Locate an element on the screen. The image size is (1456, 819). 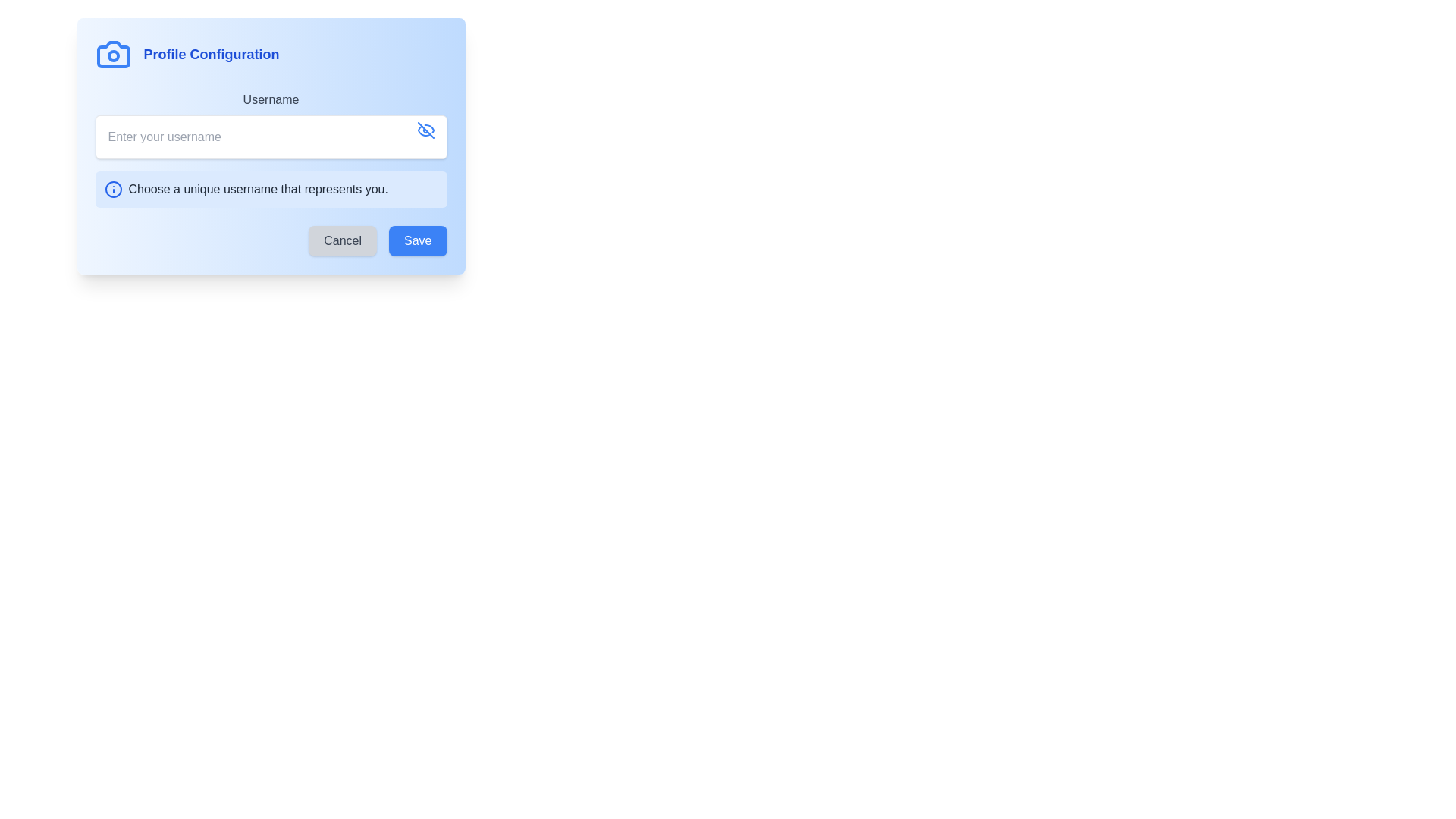
the 'Cancel' button, which is a rectangular button with a dark gray label and rounded corners, located near the bottom-right corner of a modal is located at coordinates (342, 240).